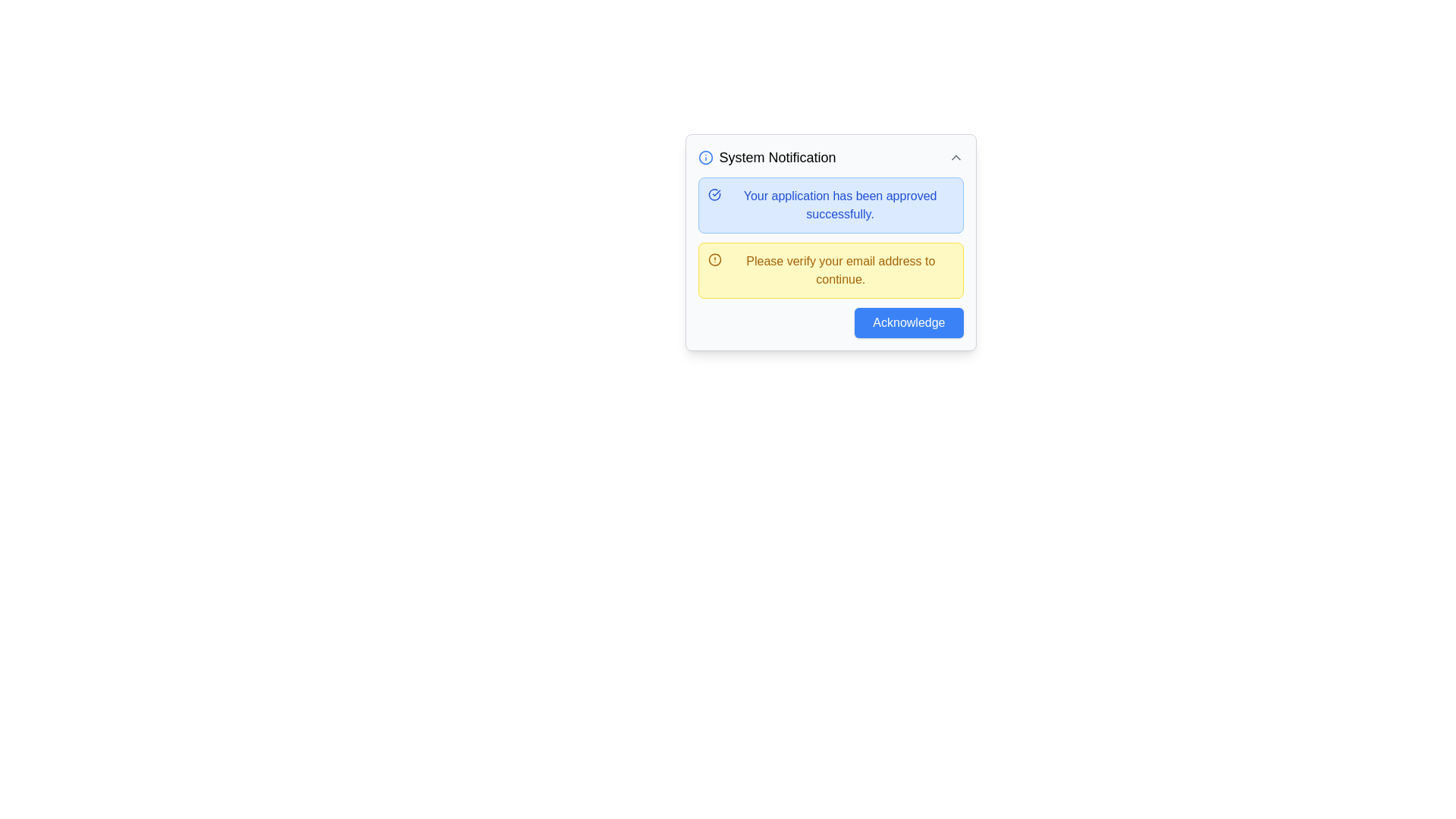  I want to click on blue check circle icon located to the left of the message 'Your application has been approved successfully.', so click(714, 194).